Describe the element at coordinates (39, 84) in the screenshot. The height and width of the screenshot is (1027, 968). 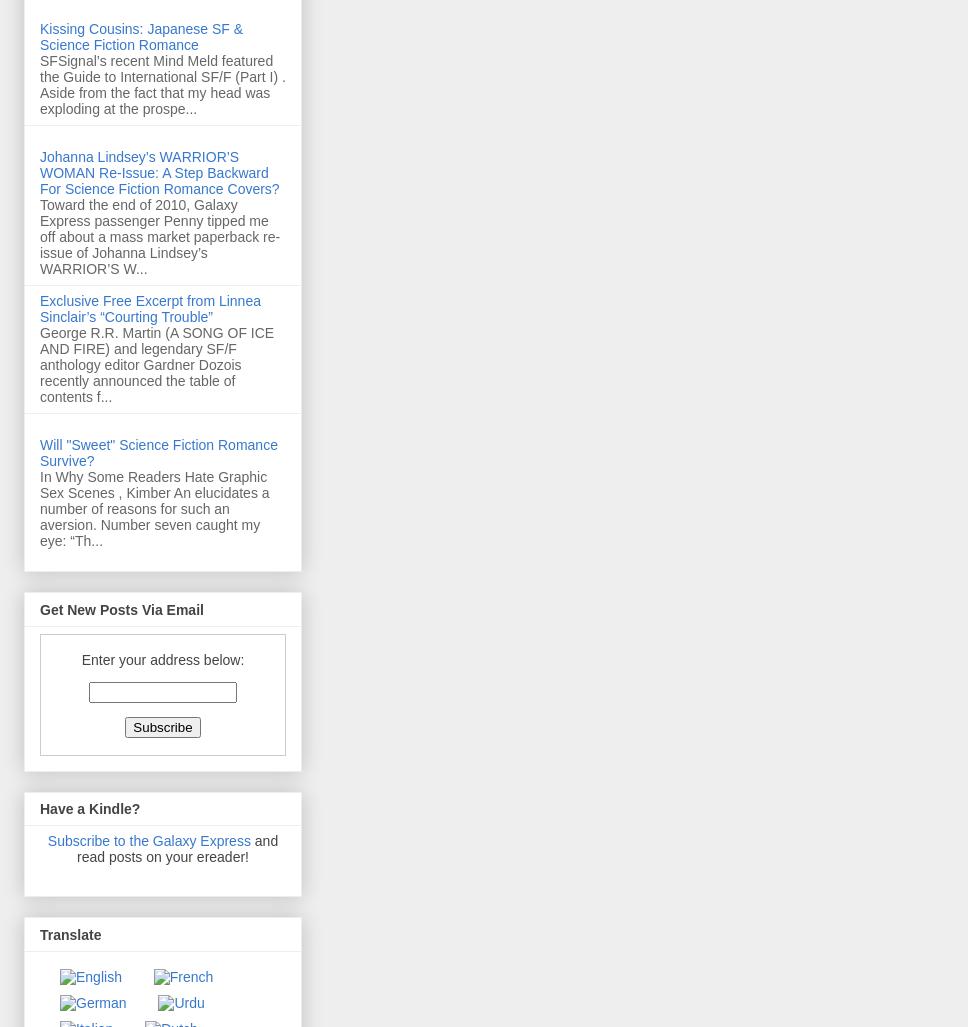
I see `'SFSignal’s recent Mind Meld featured the Guide to International SF/F (Part I) . Aside from the fact that my head was exploding at the prospe...'` at that location.